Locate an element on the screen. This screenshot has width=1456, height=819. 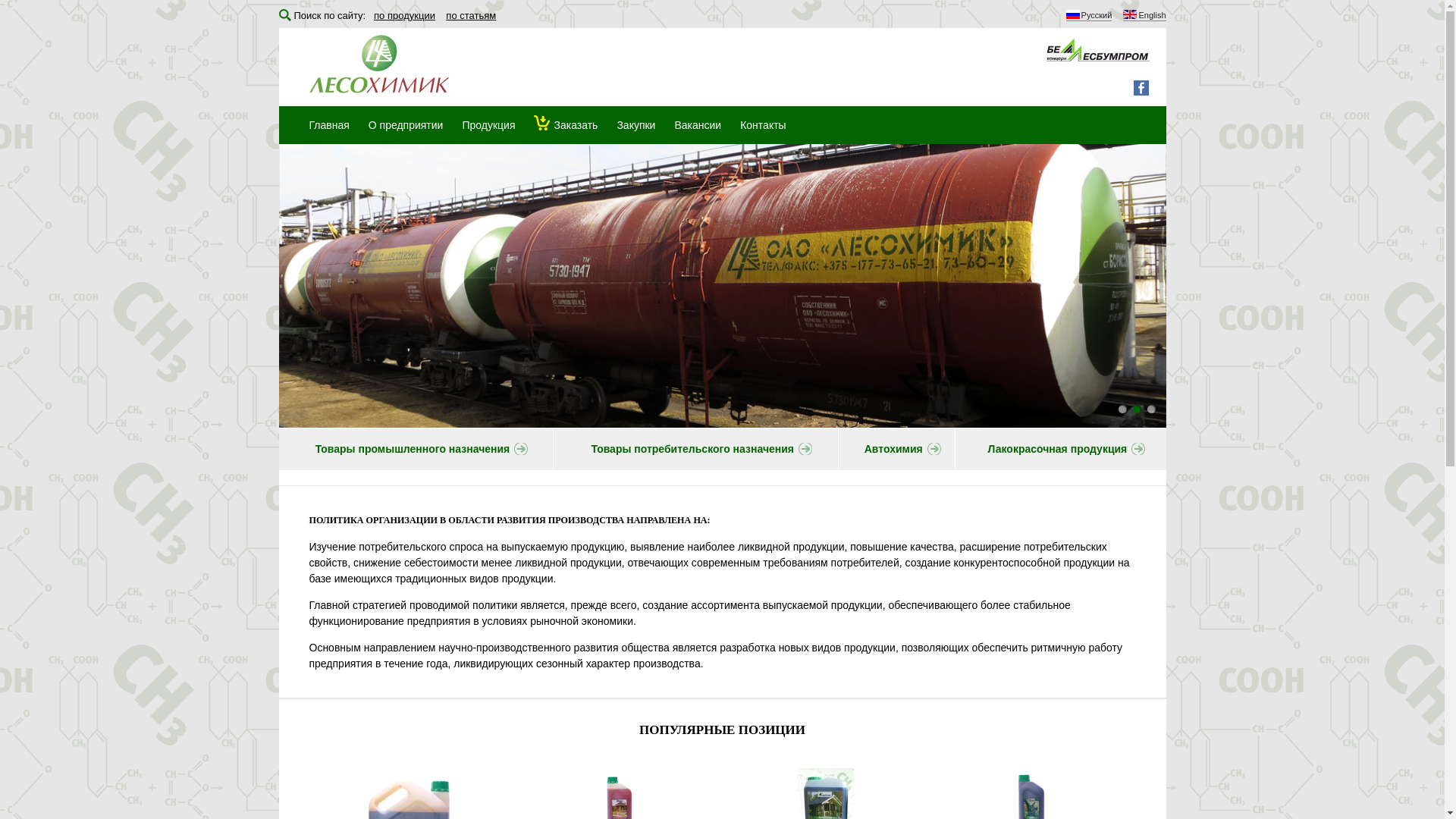
'1' is located at coordinates (1122, 408).